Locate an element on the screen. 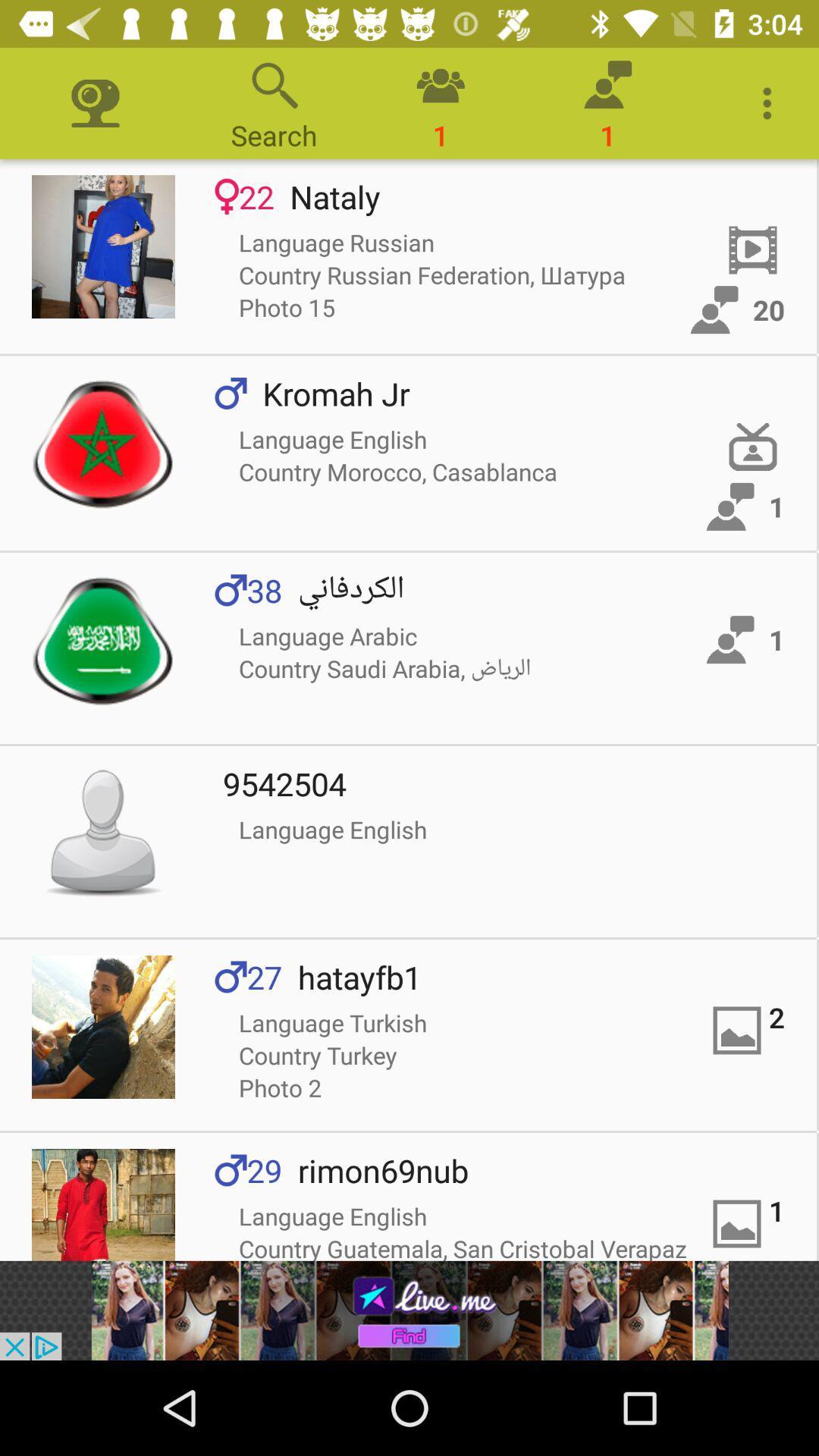 The height and width of the screenshot is (1456, 819). profile is located at coordinates (102, 1203).